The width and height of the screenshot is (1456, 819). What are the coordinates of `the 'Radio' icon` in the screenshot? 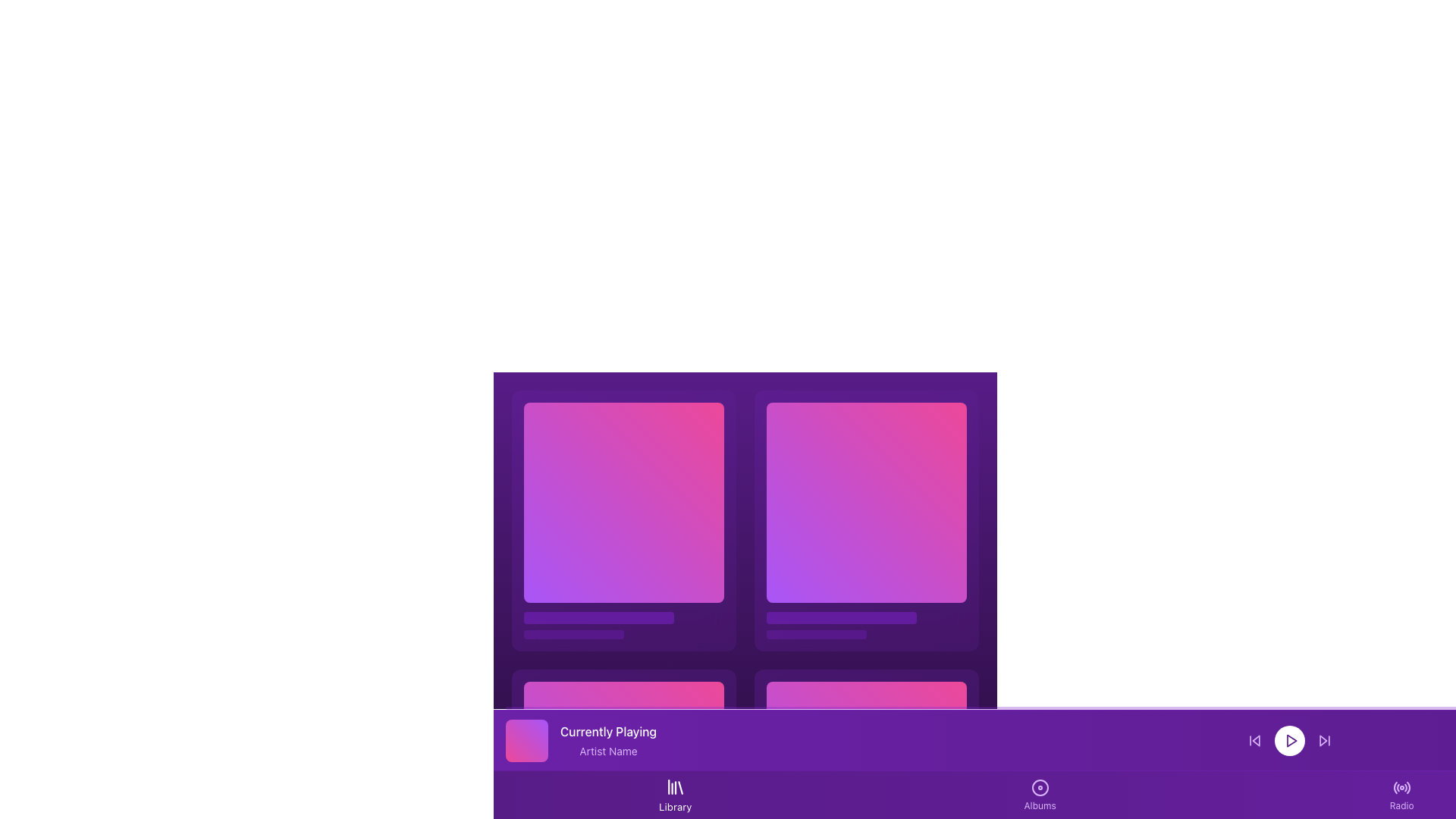 It's located at (1401, 786).